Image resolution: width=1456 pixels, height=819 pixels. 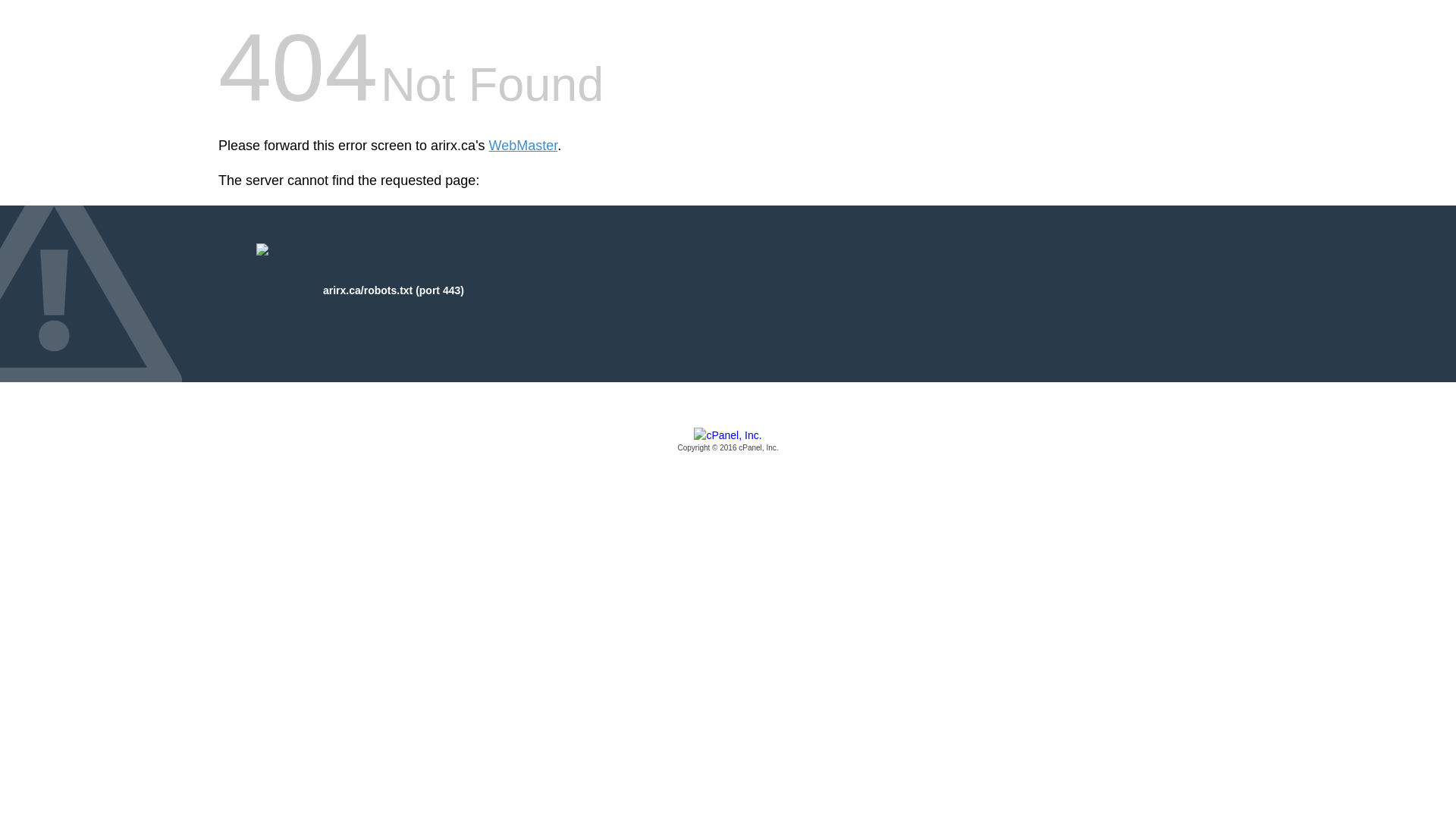 I want to click on 'WebMaster', so click(x=523, y=146).